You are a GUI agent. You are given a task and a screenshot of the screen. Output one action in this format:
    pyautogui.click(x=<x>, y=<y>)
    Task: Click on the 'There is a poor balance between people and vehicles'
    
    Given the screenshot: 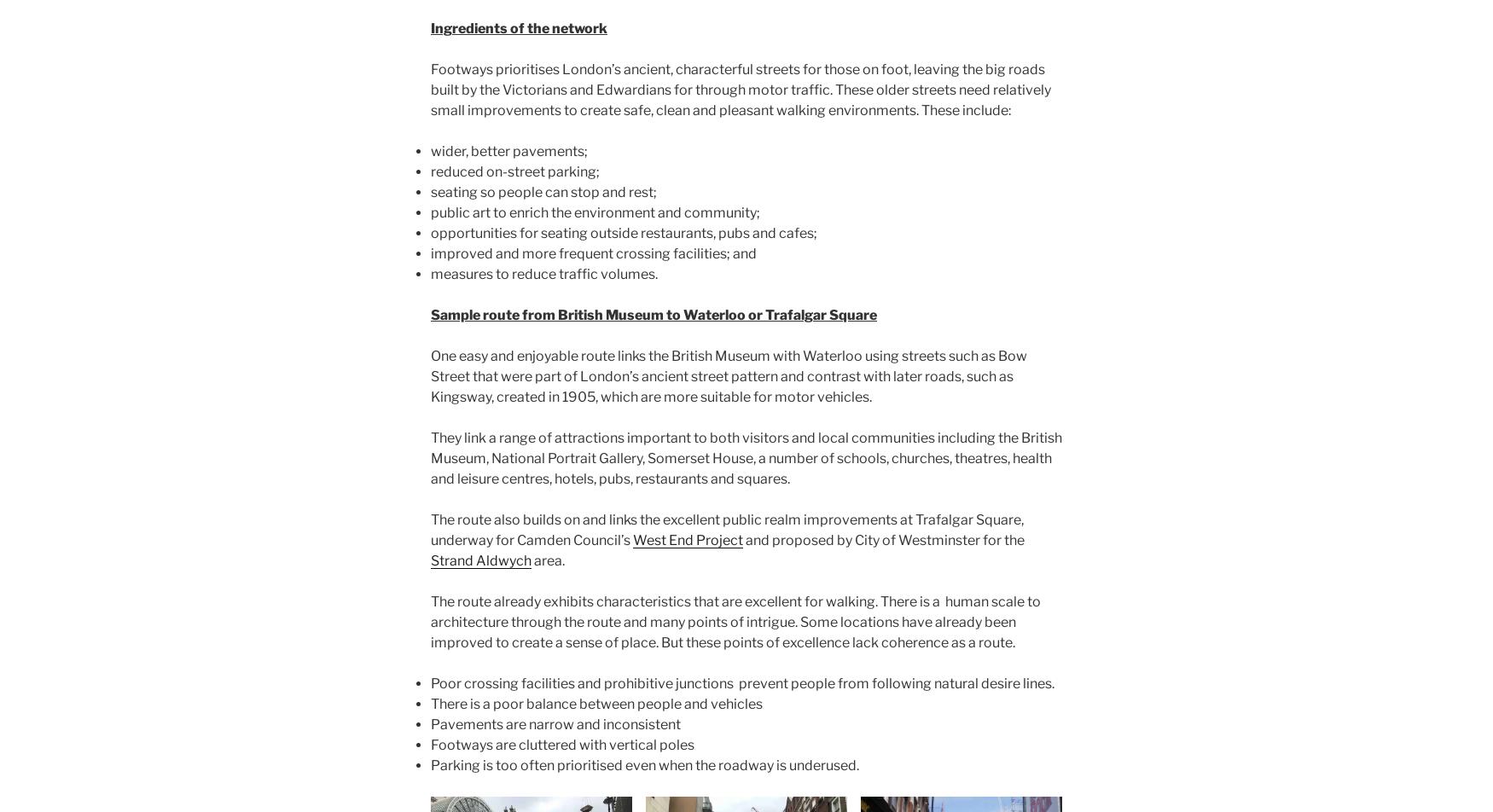 What is the action you would take?
    pyautogui.click(x=596, y=704)
    